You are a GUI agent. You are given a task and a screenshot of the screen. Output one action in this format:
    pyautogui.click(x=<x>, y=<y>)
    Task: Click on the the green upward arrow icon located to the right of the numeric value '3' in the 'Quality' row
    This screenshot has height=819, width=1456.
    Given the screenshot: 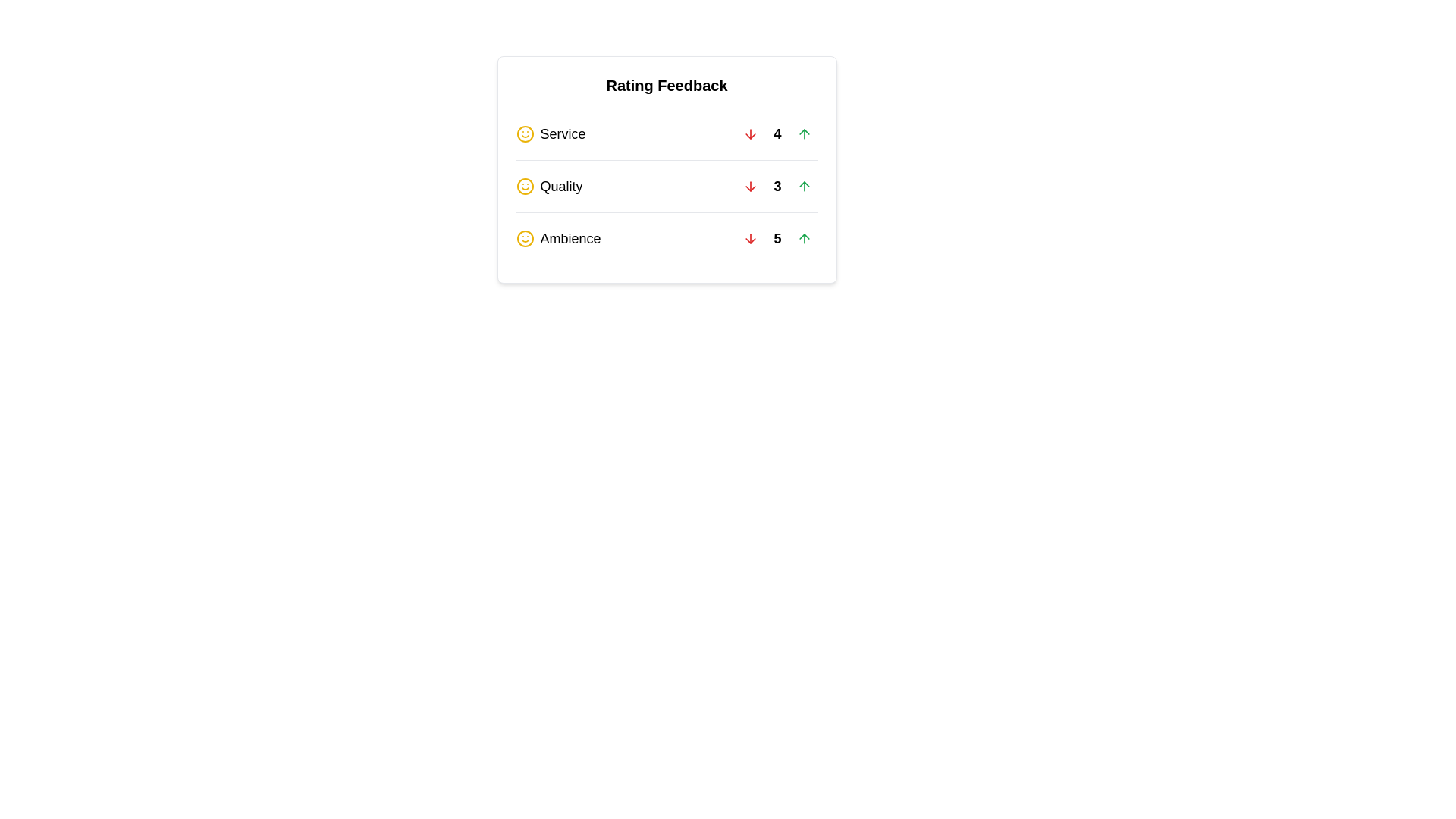 What is the action you would take?
    pyautogui.click(x=803, y=186)
    